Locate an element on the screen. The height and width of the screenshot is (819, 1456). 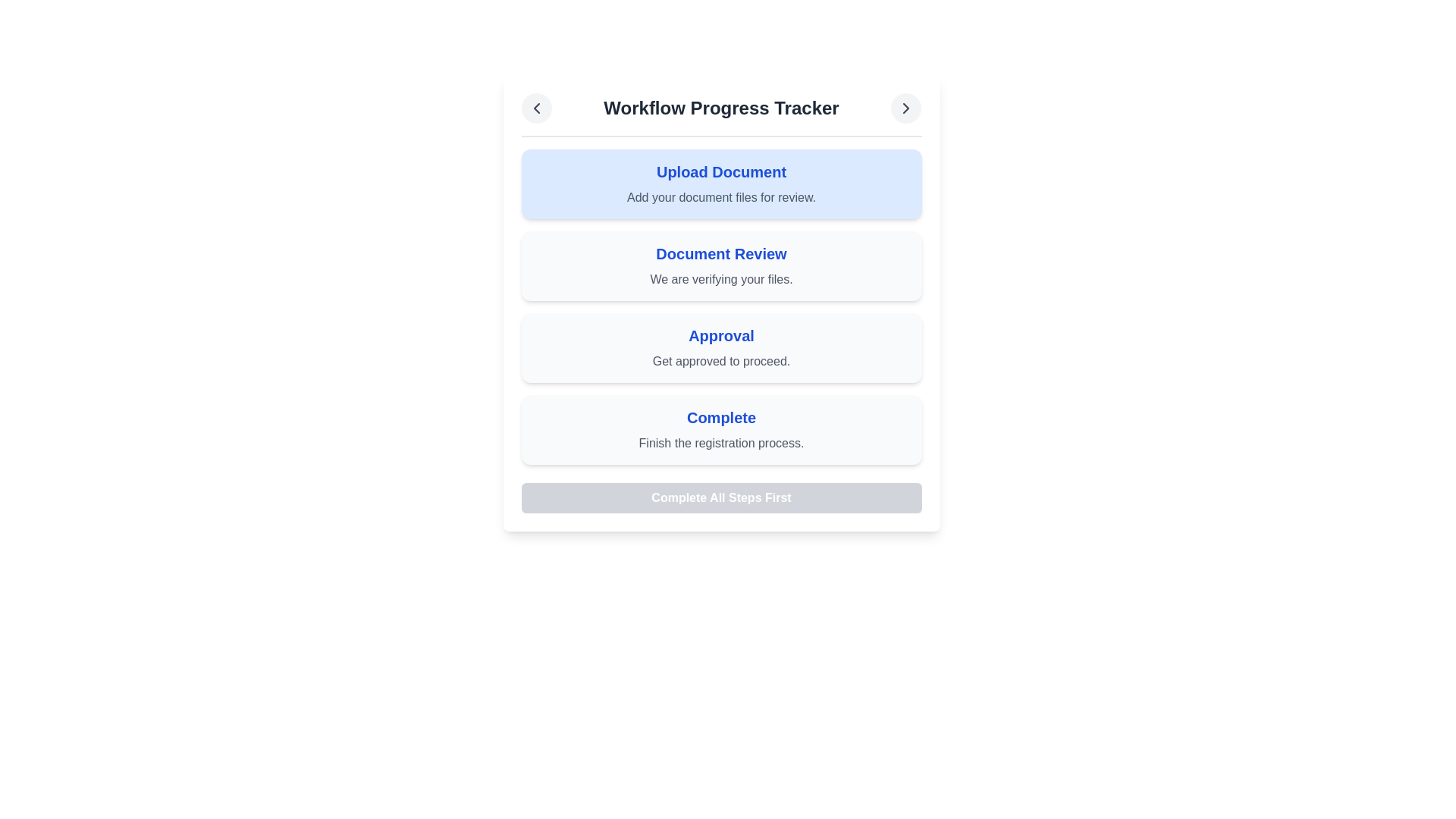
the text label that serves as the title for the document upload card, which is located in the central upper region of the interface is located at coordinates (720, 171).